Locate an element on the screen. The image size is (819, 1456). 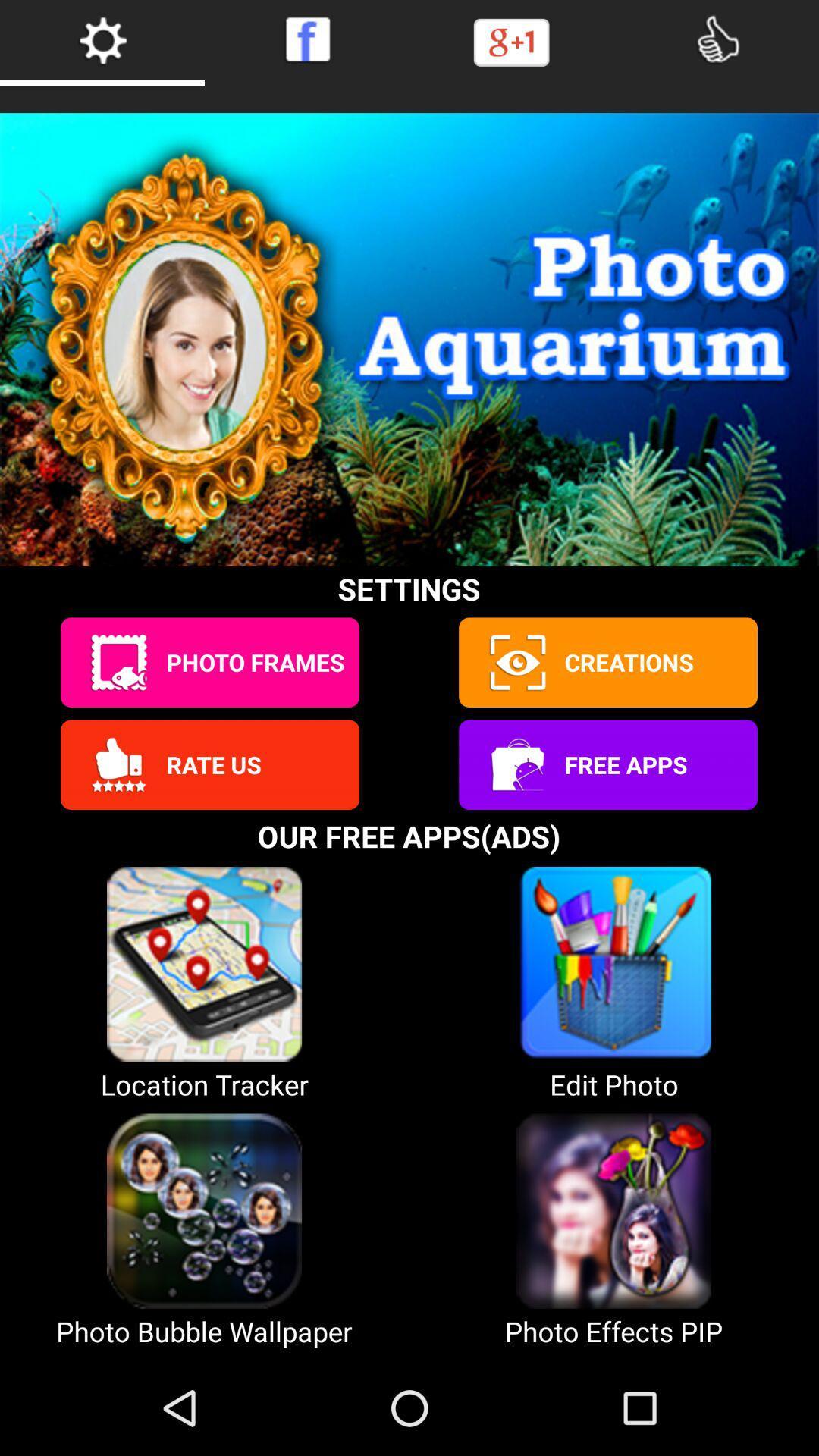
item is located at coordinates (516, 662).